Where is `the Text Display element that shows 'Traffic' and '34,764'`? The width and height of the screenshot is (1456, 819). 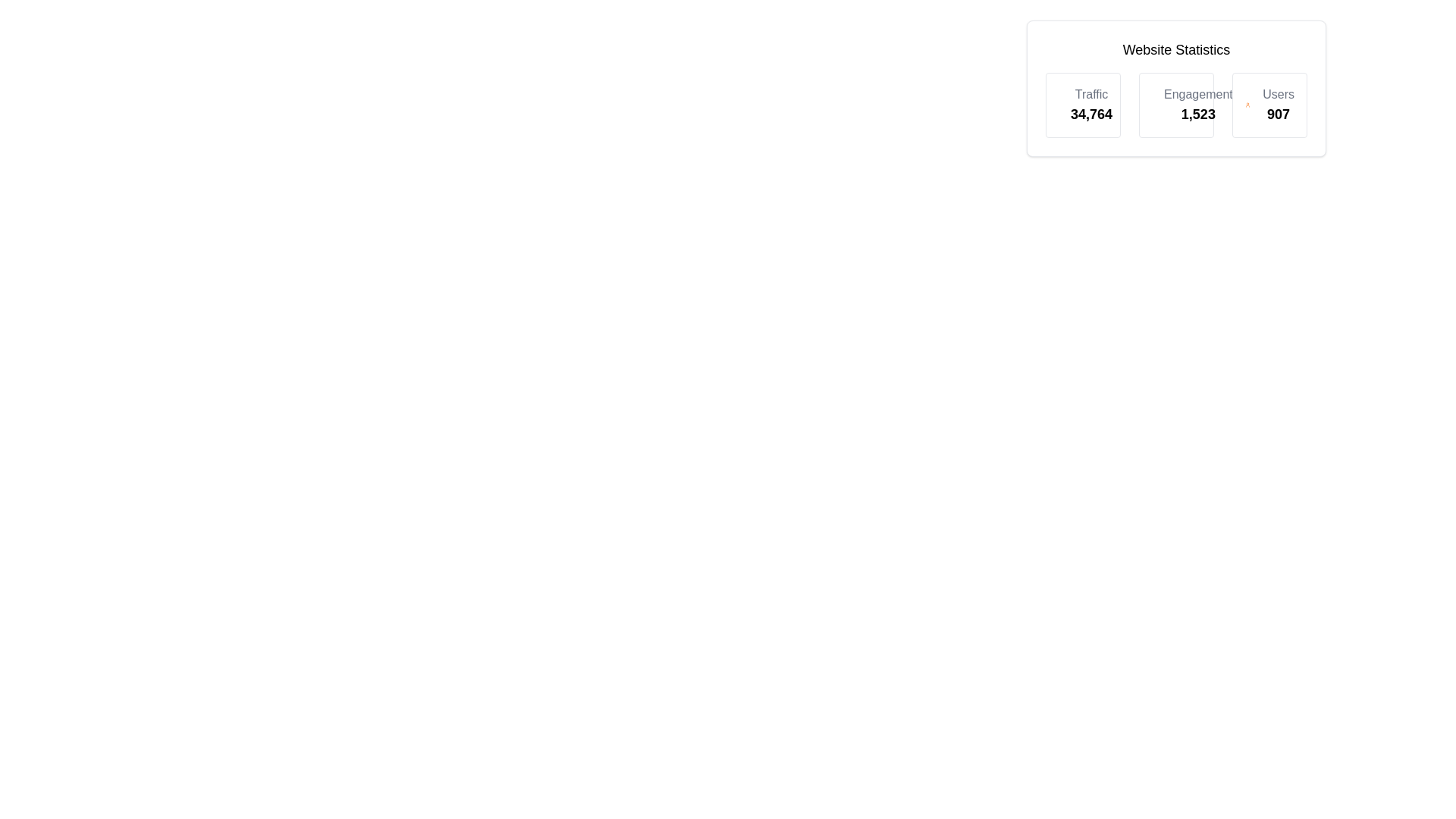 the Text Display element that shows 'Traffic' and '34,764' is located at coordinates (1090, 104).